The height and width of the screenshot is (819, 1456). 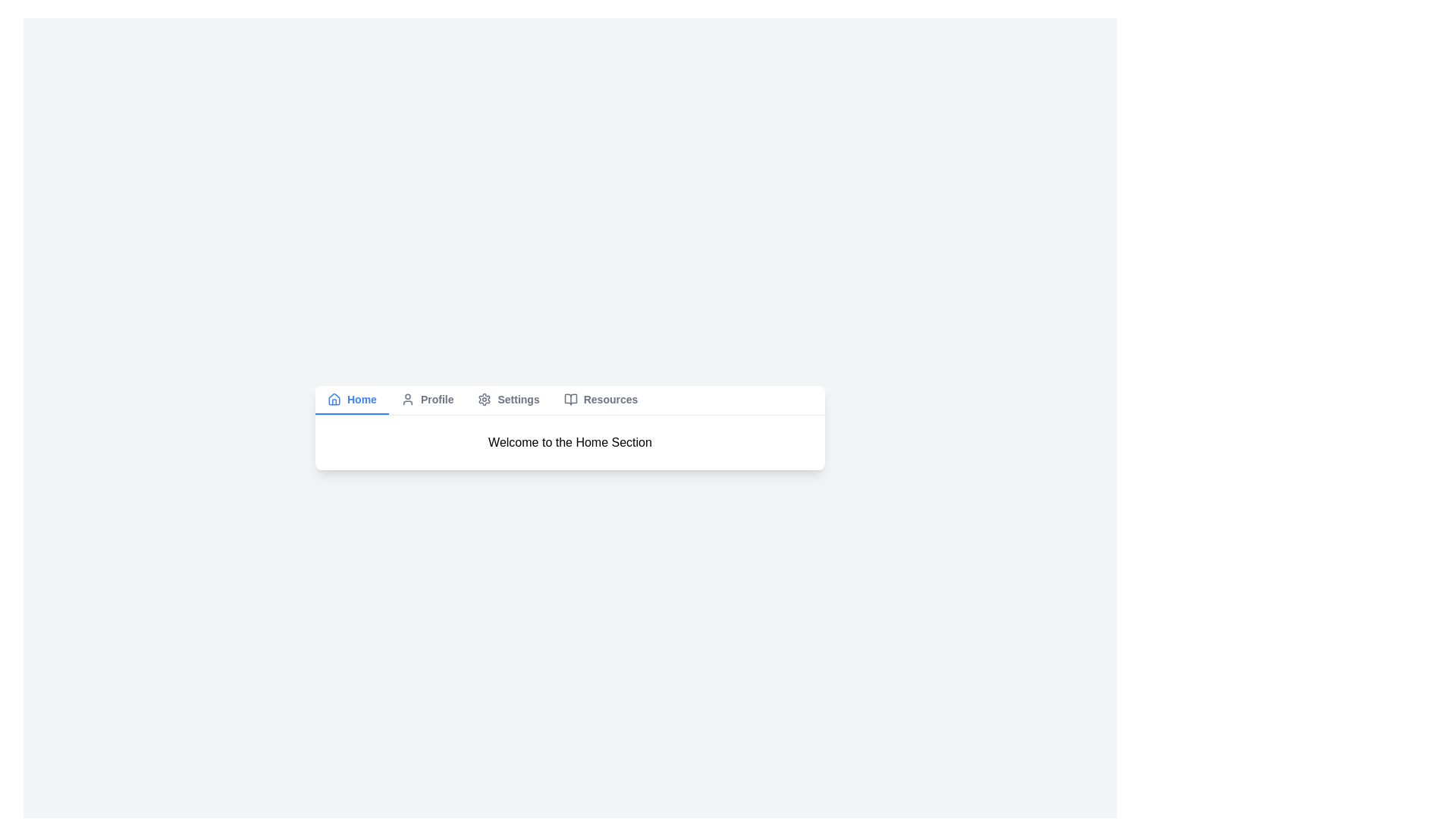 What do you see at coordinates (600, 399) in the screenshot?
I see `the navigation menu item labeled 'Resources'` at bounding box center [600, 399].